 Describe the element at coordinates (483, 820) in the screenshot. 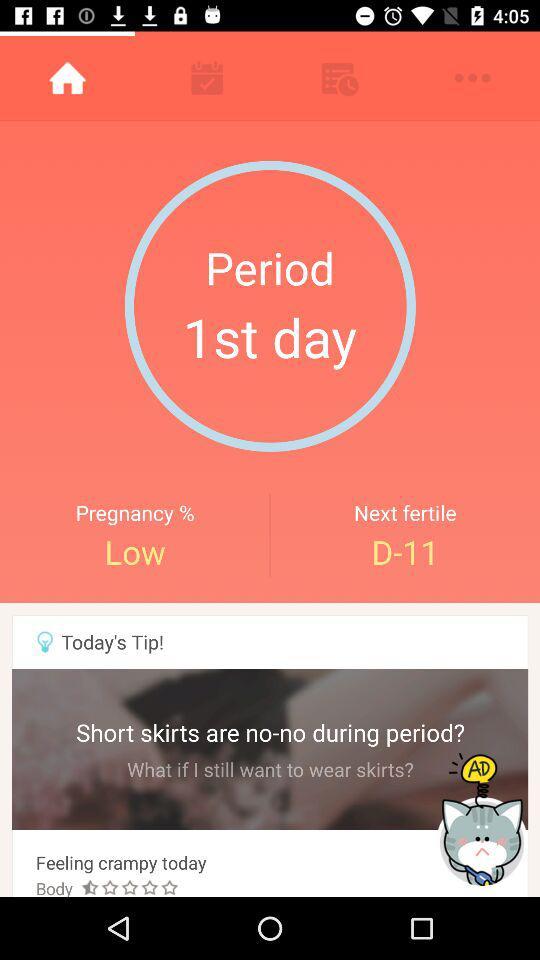

I see `open advertisement` at that location.